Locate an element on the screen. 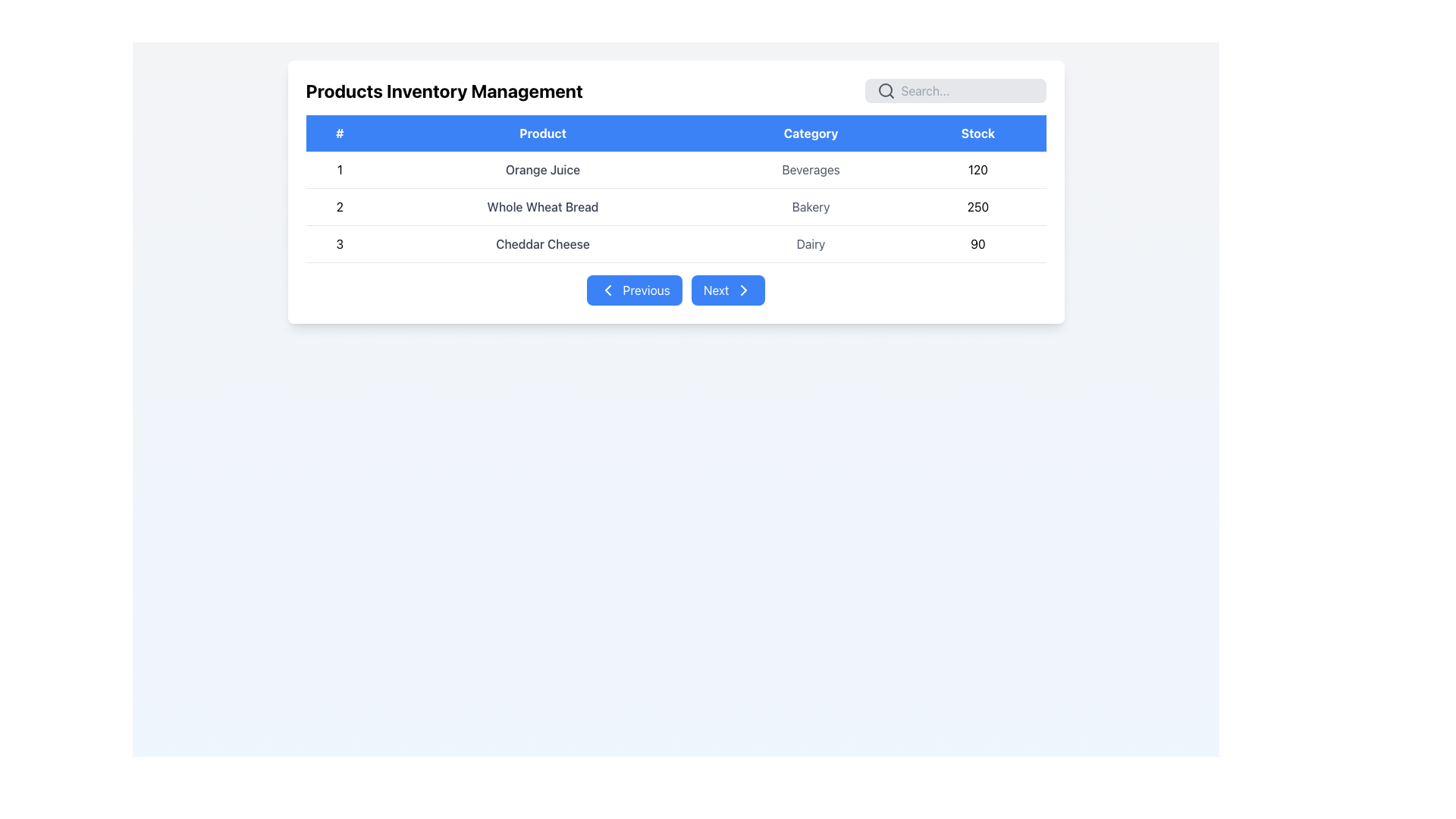 The image size is (1456, 819). the product name text located in the first data row of the inventory management table under the 'Product' column is located at coordinates (542, 170).